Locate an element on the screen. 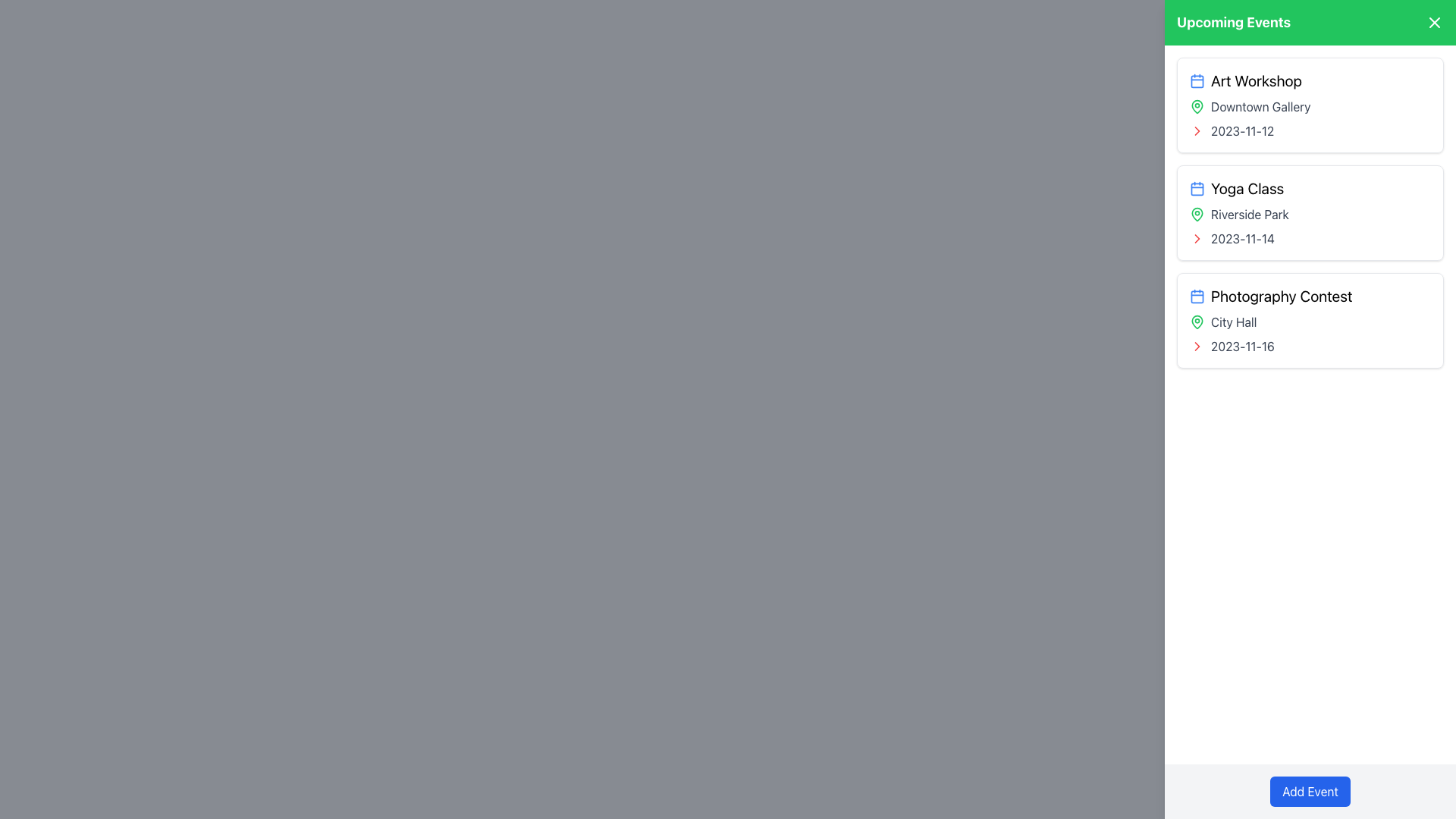 This screenshot has height=819, width=1456. the blue outlined calendar icon located at the beginning of the 'Yoga Class' event listing within the 'Upcoming Events' sidebar is located at coordinates (1197, 188).